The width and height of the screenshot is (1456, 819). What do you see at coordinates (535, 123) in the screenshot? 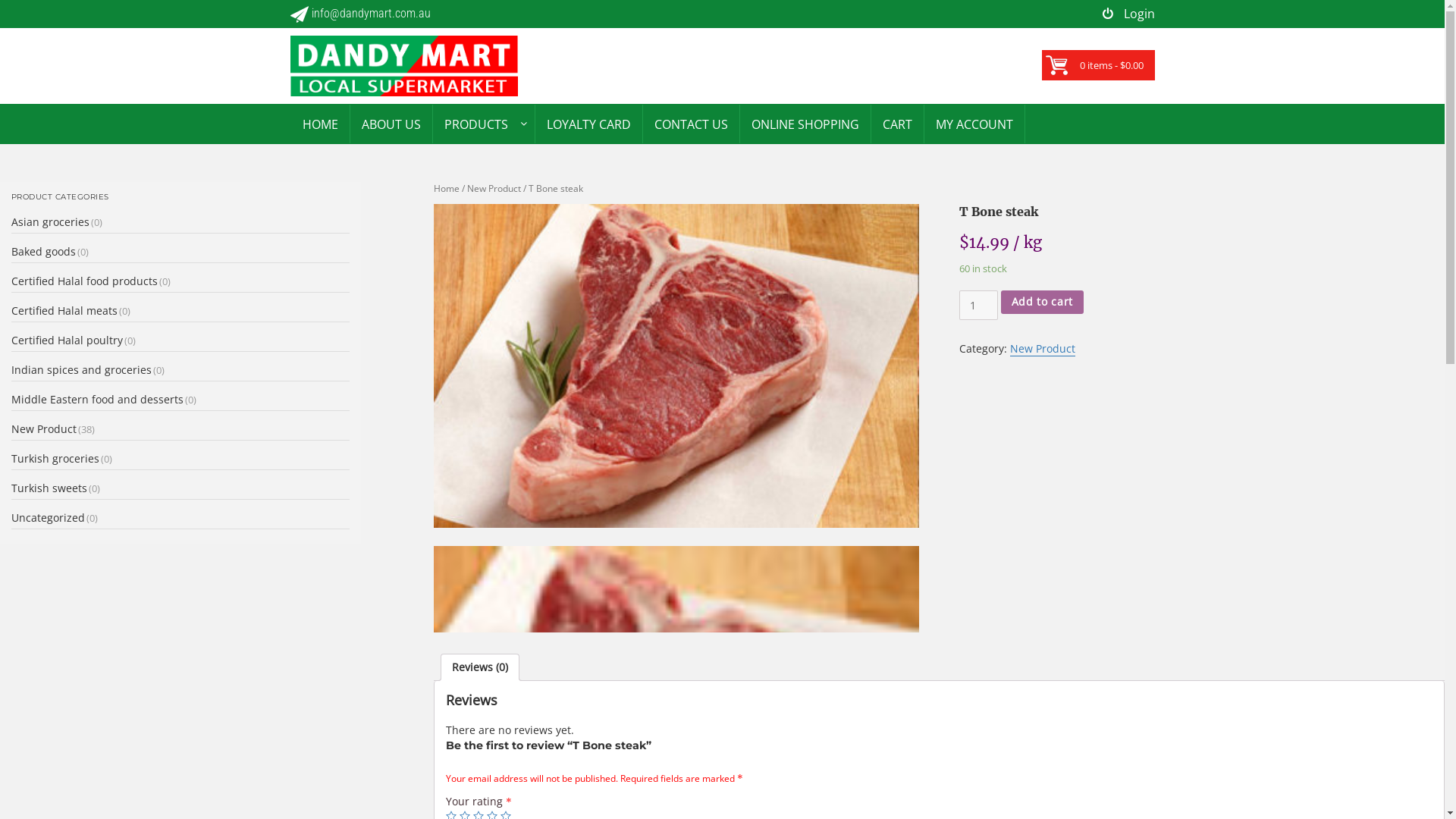
I see `'LOYALTY CARD'` at bounding box center [535, 123].